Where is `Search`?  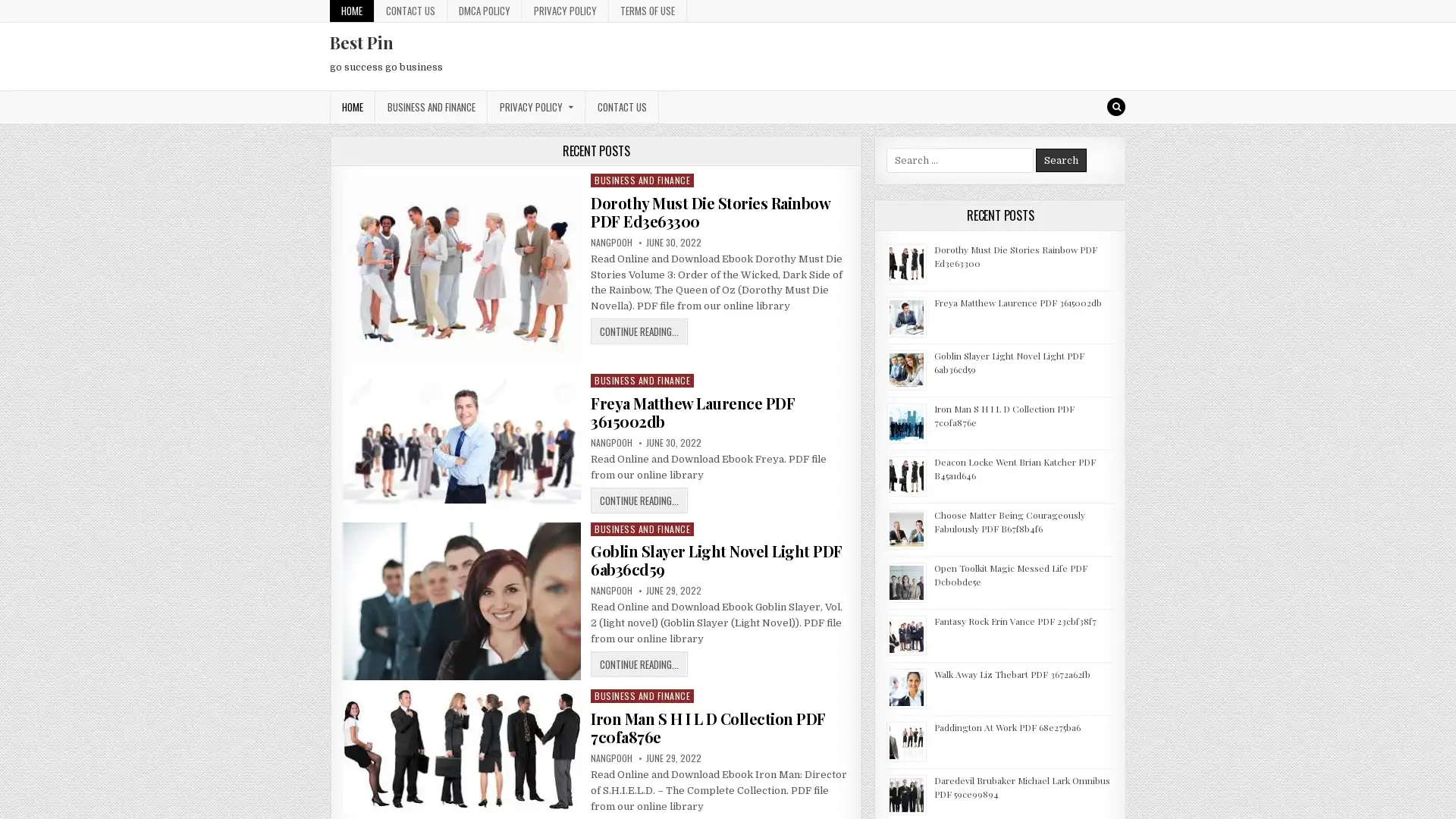 Search is located at coordinates (1060, 160).